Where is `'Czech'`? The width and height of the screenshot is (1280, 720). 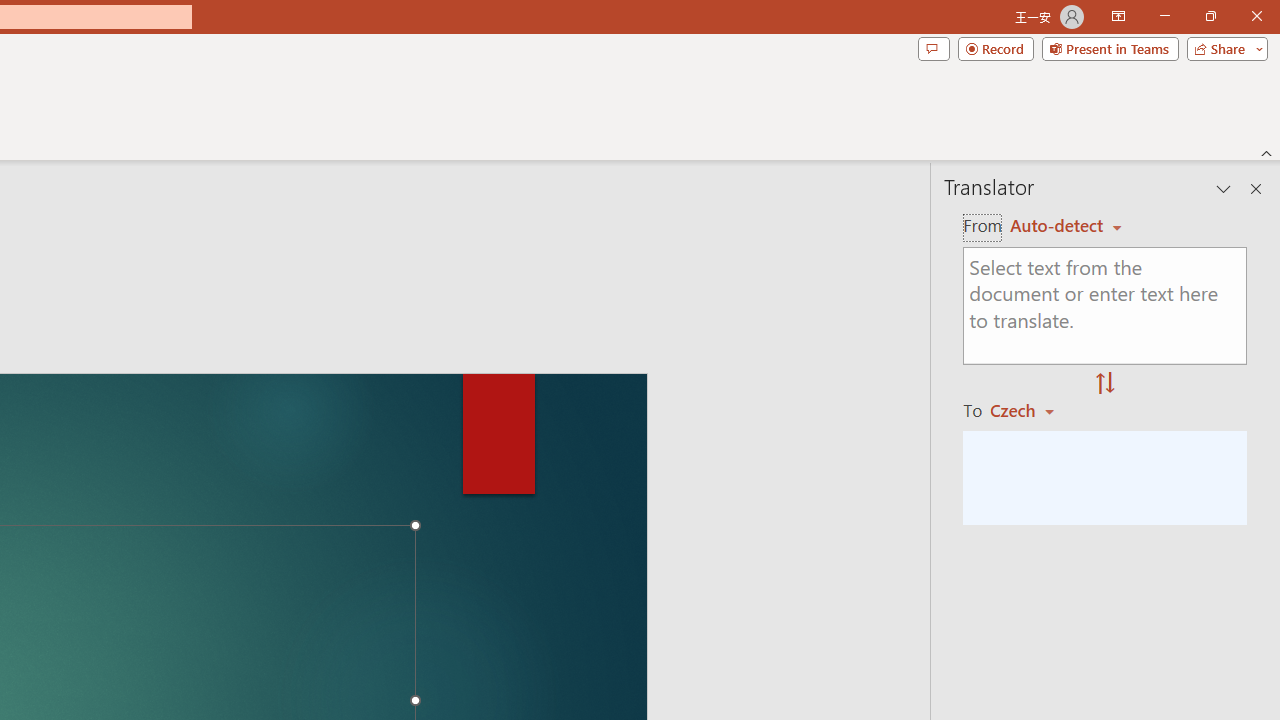
'Czech' is located at coordinates (1031, 409).